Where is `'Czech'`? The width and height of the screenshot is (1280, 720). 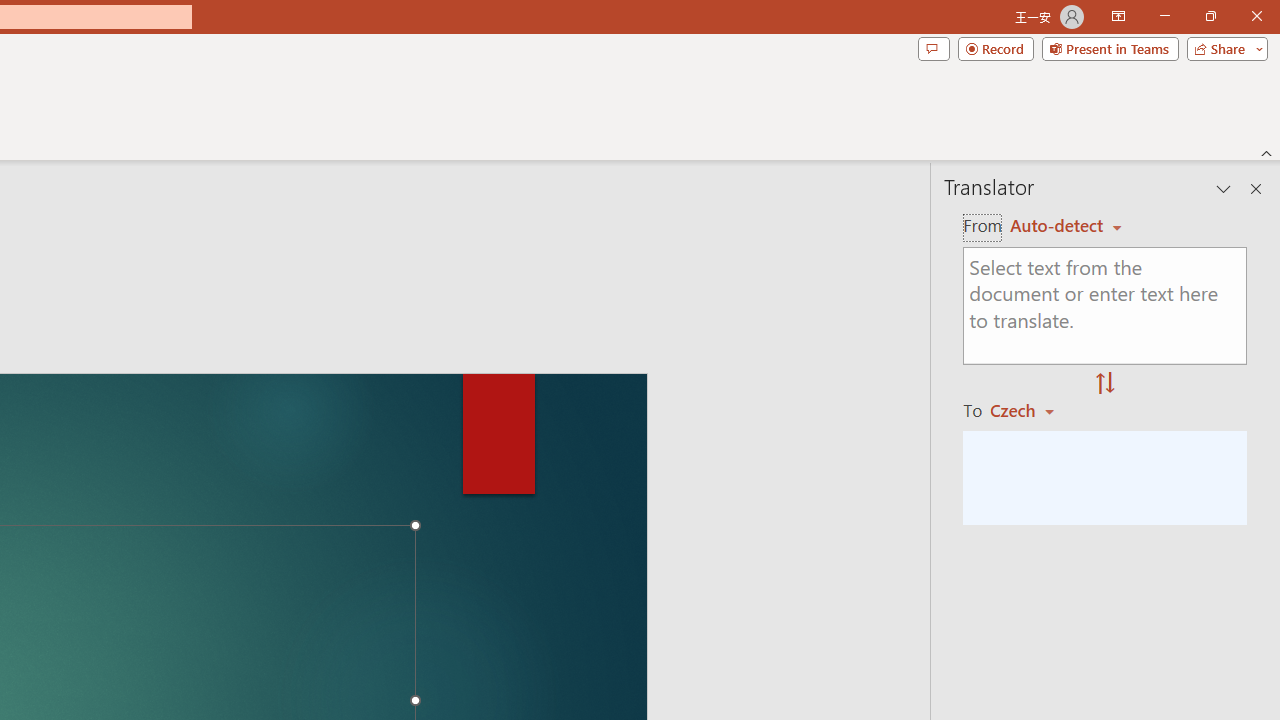
'Czech' is located at coordinates (1031, 409).